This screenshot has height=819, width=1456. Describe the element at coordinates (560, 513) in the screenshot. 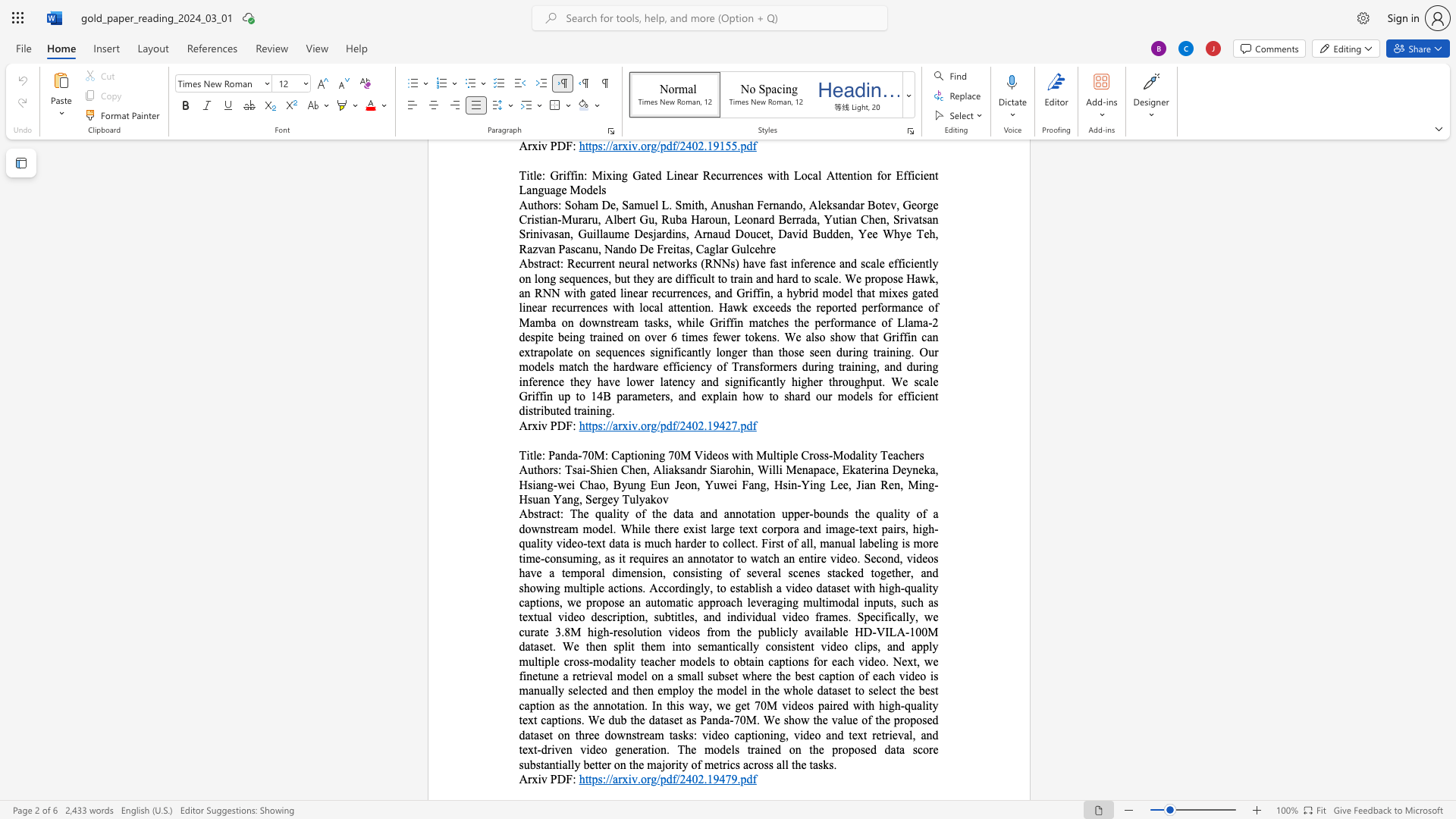

I see `the 1th character ":" in the text` at that location.